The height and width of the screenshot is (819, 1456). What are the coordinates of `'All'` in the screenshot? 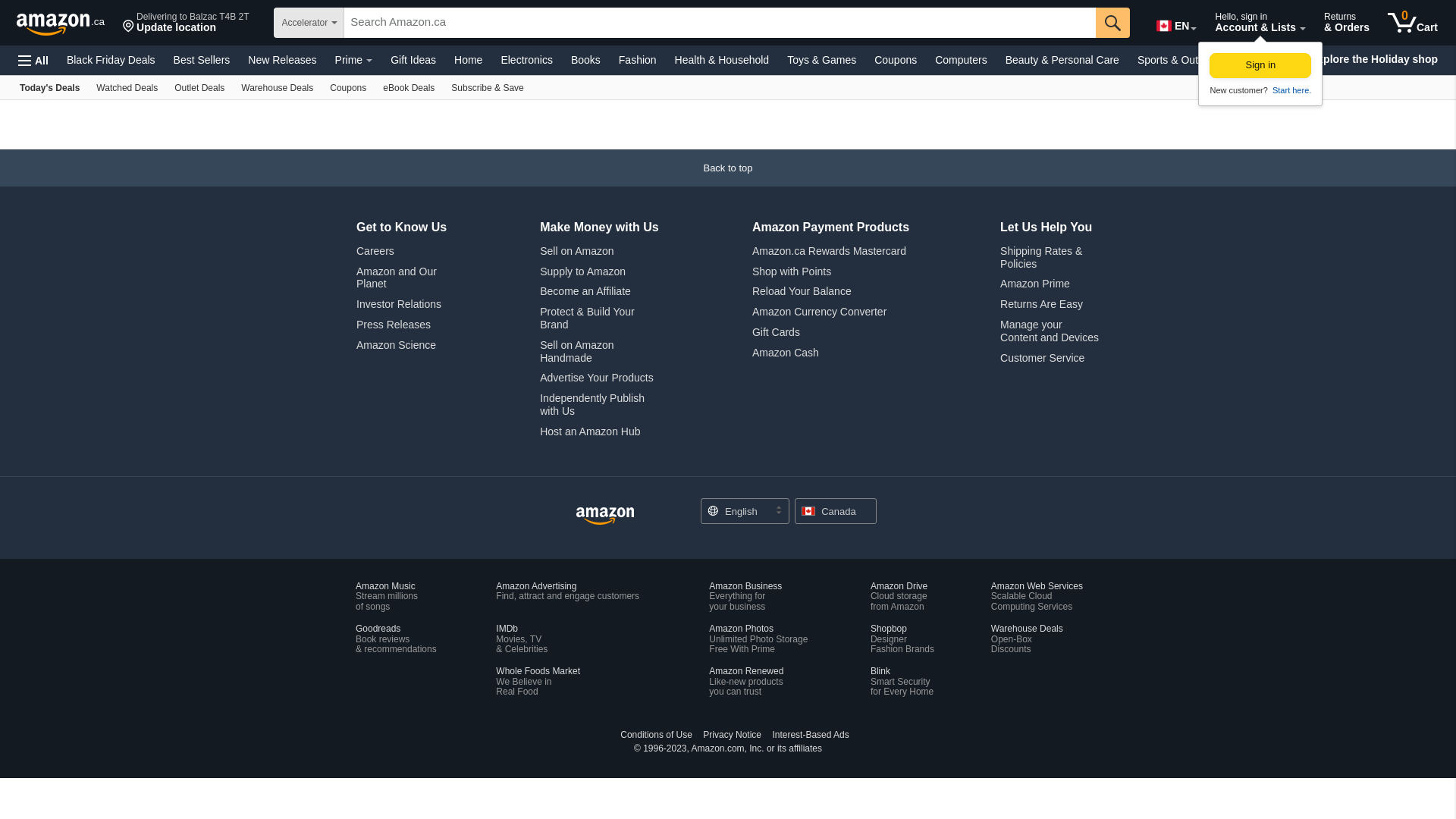 It's located at (33, 59).